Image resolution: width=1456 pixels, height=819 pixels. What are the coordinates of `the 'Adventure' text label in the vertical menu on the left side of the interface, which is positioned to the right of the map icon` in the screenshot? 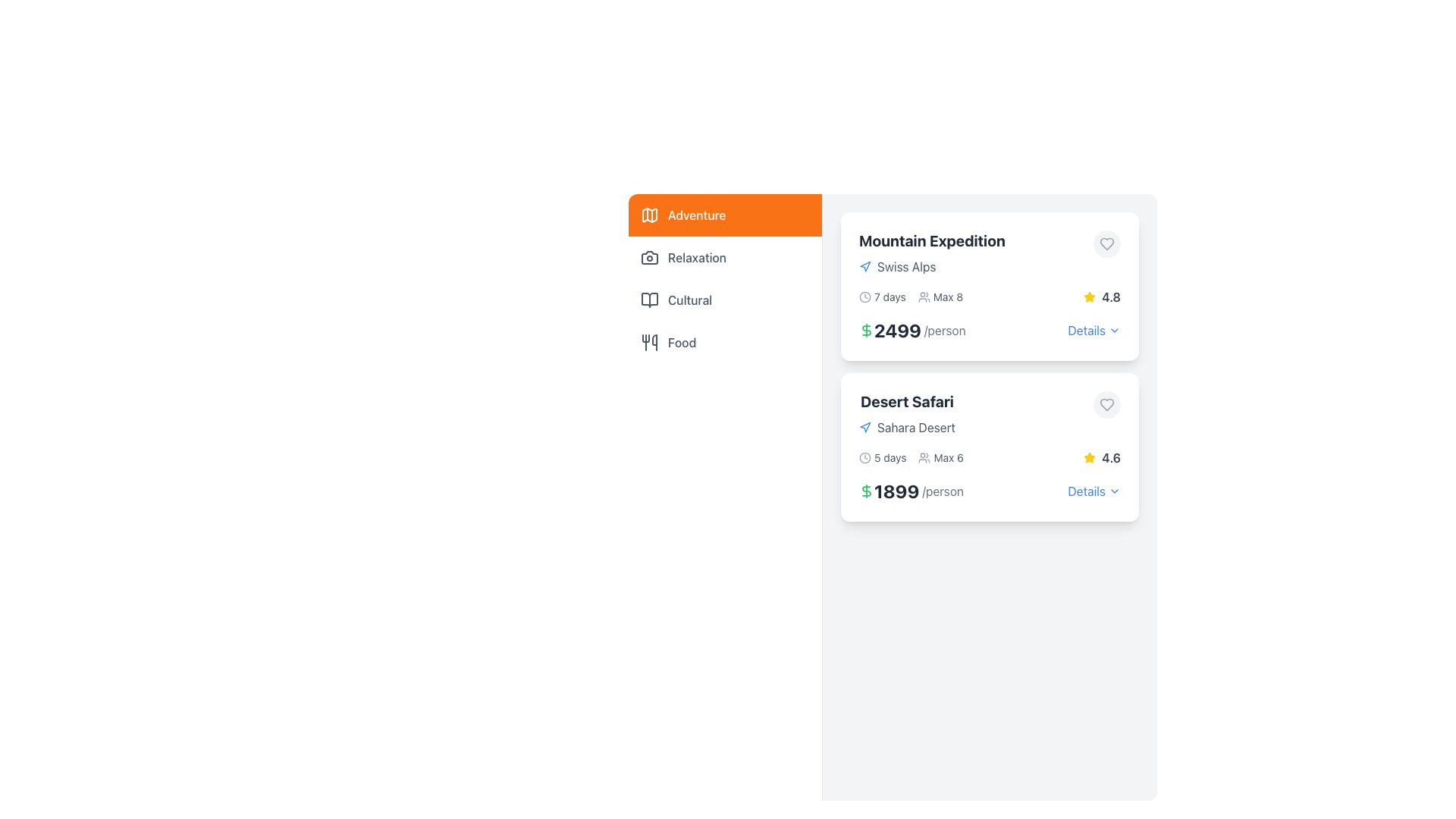 It's located at (696, 215).